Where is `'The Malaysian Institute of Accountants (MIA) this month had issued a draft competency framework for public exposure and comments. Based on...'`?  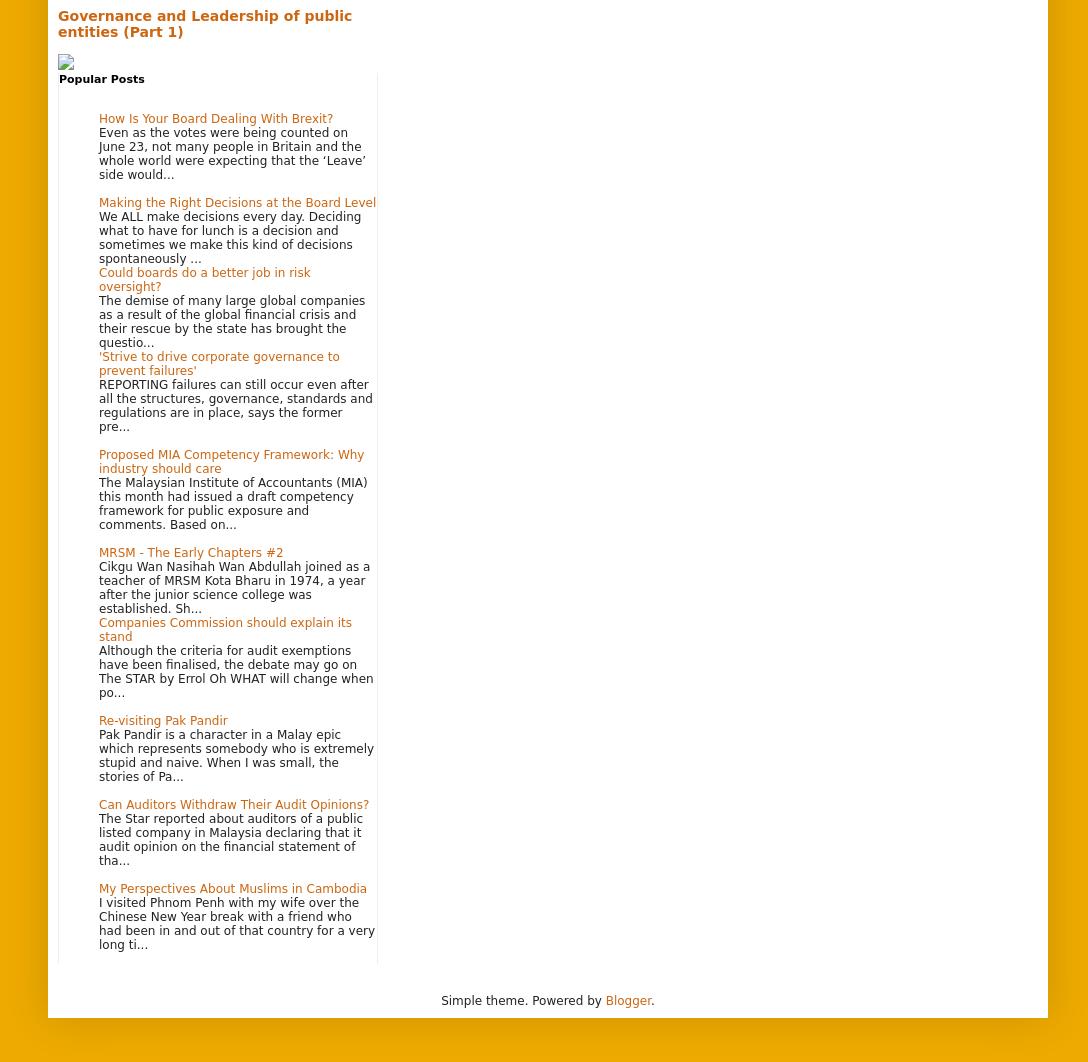 'The Malaysian Institute of Accountants (MIA) this month had issued a draft competency framework for public exposure and comments. Based on...' is located at coordinates (232, 501).